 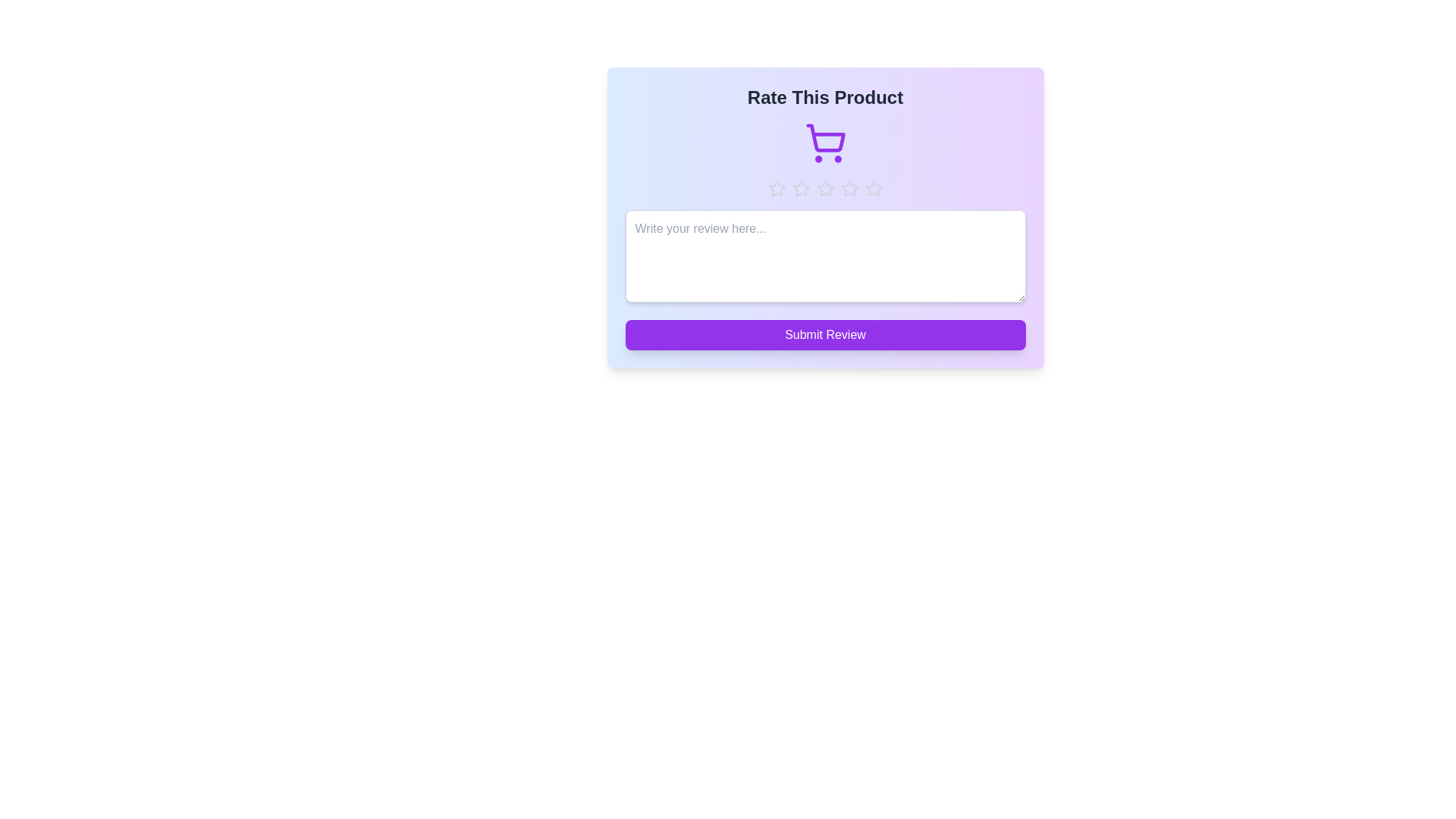 What do you see at coordinates (824, 188) in the screenshot?
I see `the star representing 3 stars to preview the rating` at bounding box center [824, 188].